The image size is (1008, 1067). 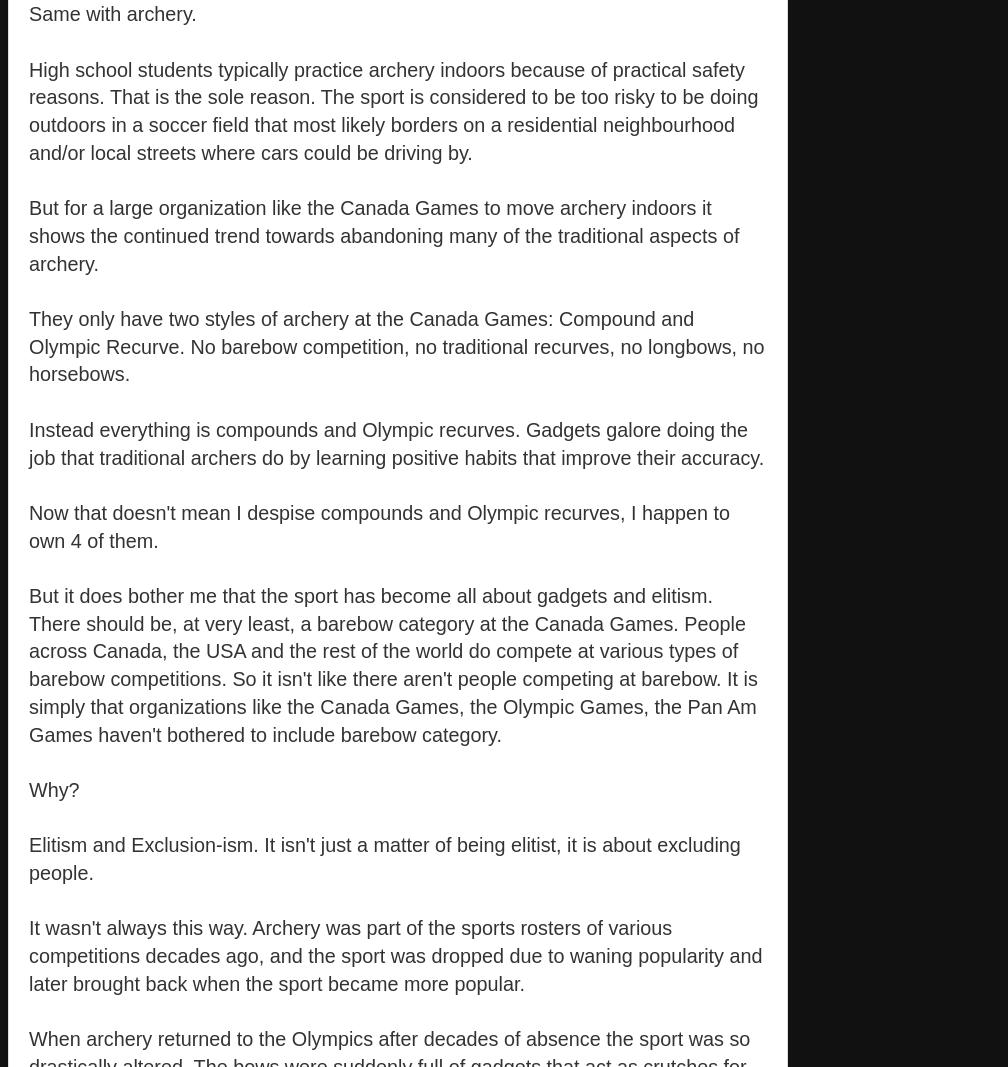 I want to click on 'Now that doesn't mean I despise compounds and Olympic recurves, I happen to own 4 of them.', so click(x=29, y=525).